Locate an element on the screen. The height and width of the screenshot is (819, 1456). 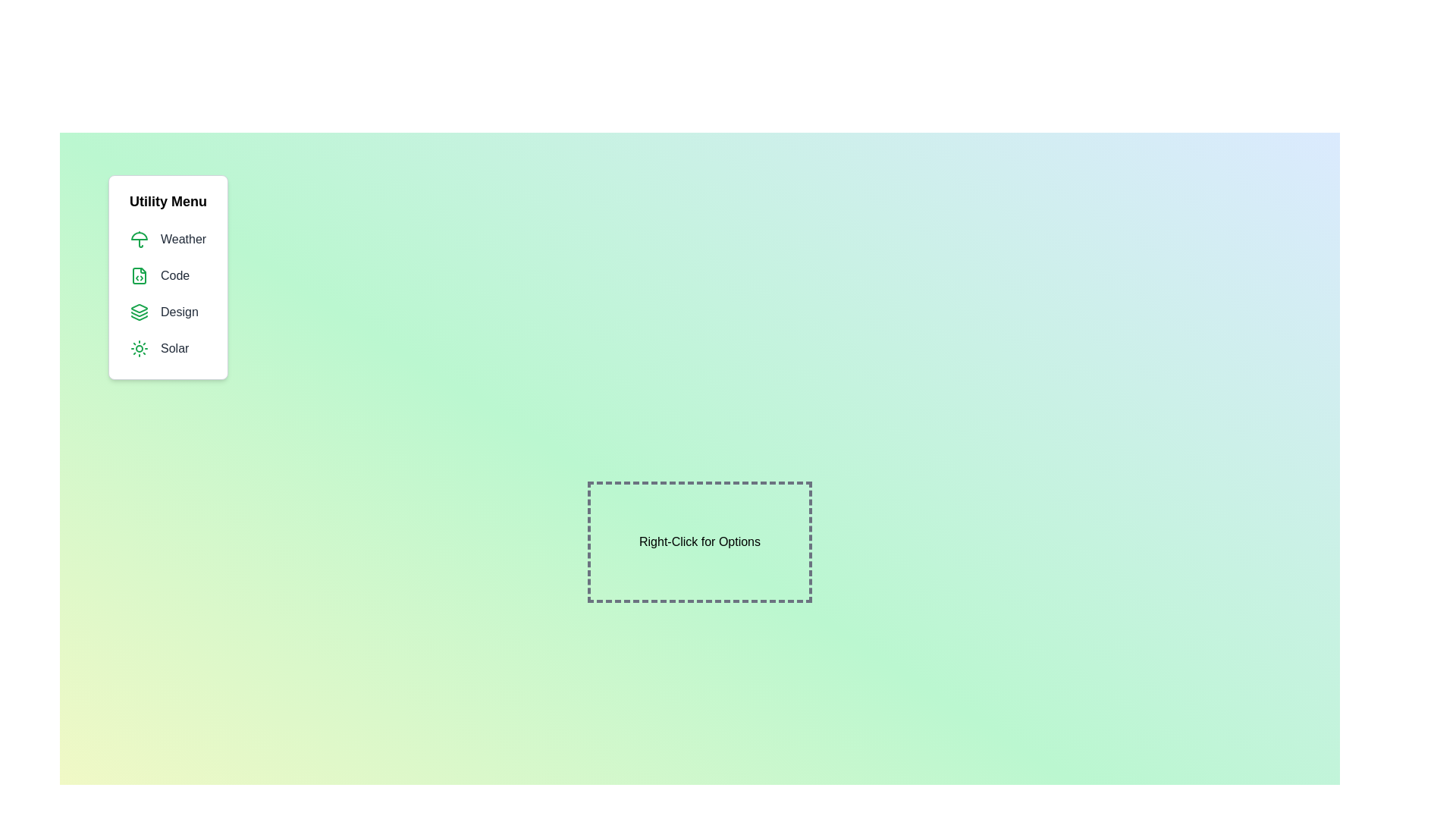
the dashed box to toggle the menu visibility is located at coordinates (698, 541).